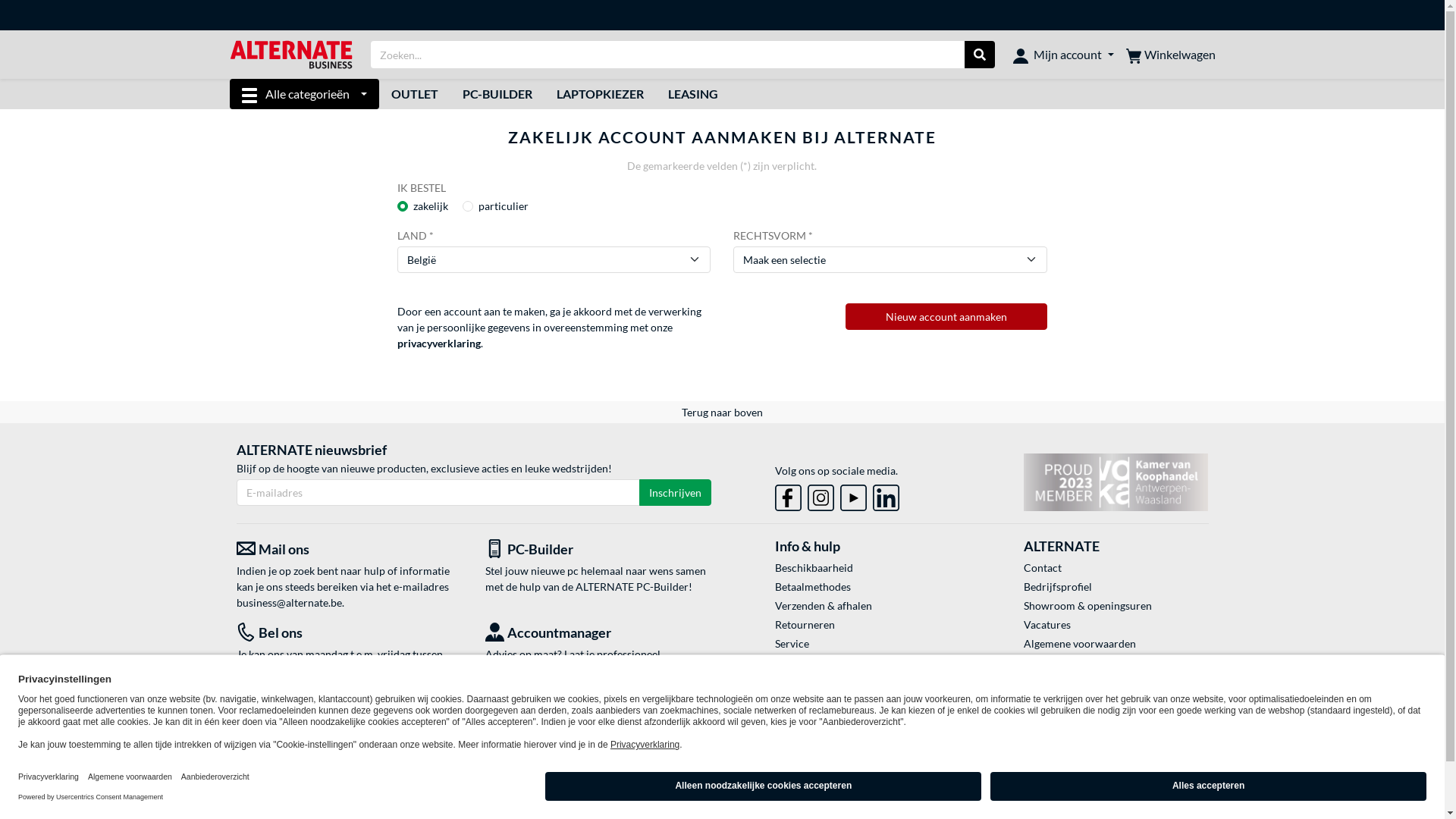  Describe the element at coordinates (497, 93) in the screenshot. I see `'PC-BUILDER'` at that location.